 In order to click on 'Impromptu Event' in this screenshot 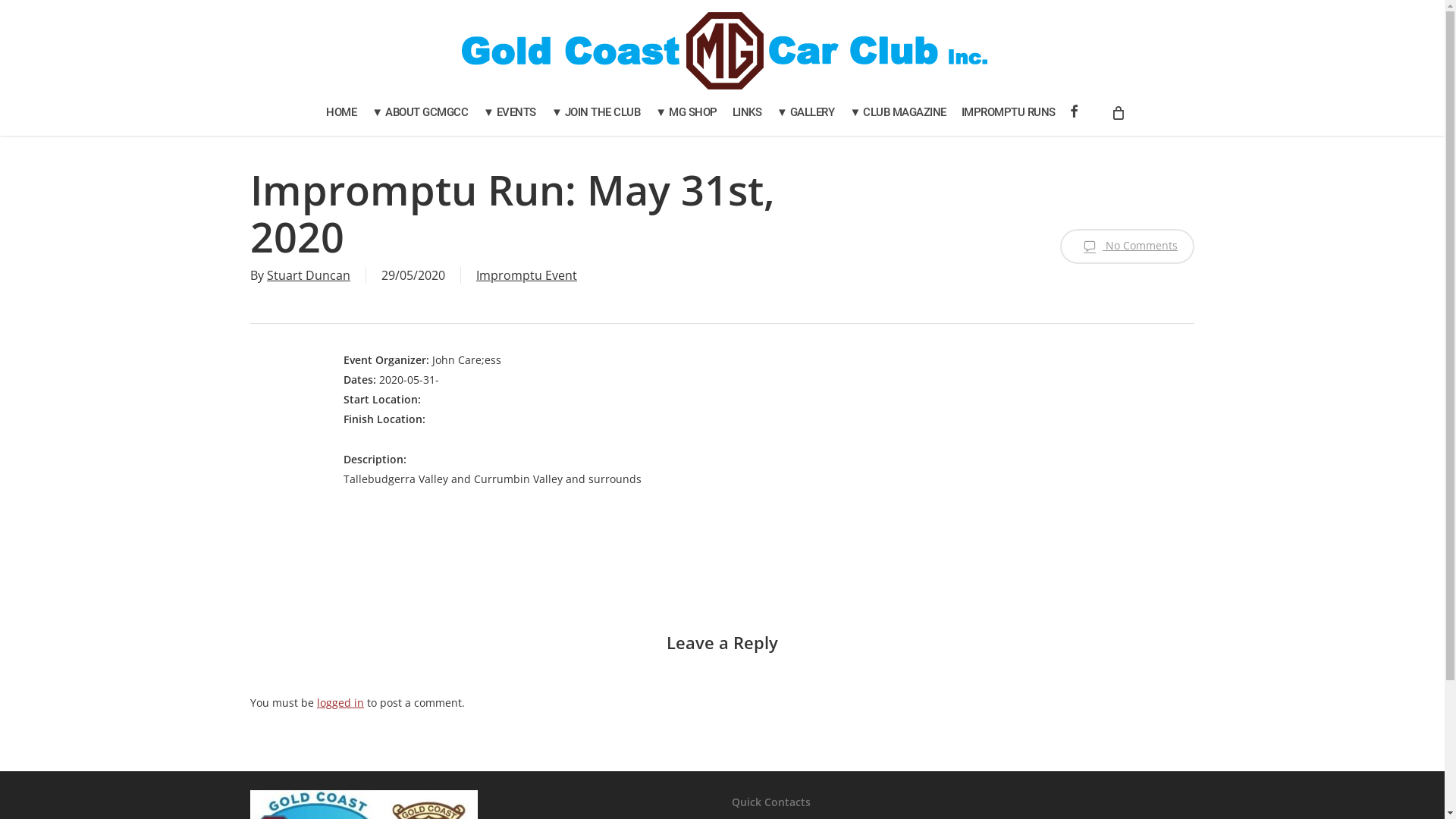, I will do `click(526, 275)`.